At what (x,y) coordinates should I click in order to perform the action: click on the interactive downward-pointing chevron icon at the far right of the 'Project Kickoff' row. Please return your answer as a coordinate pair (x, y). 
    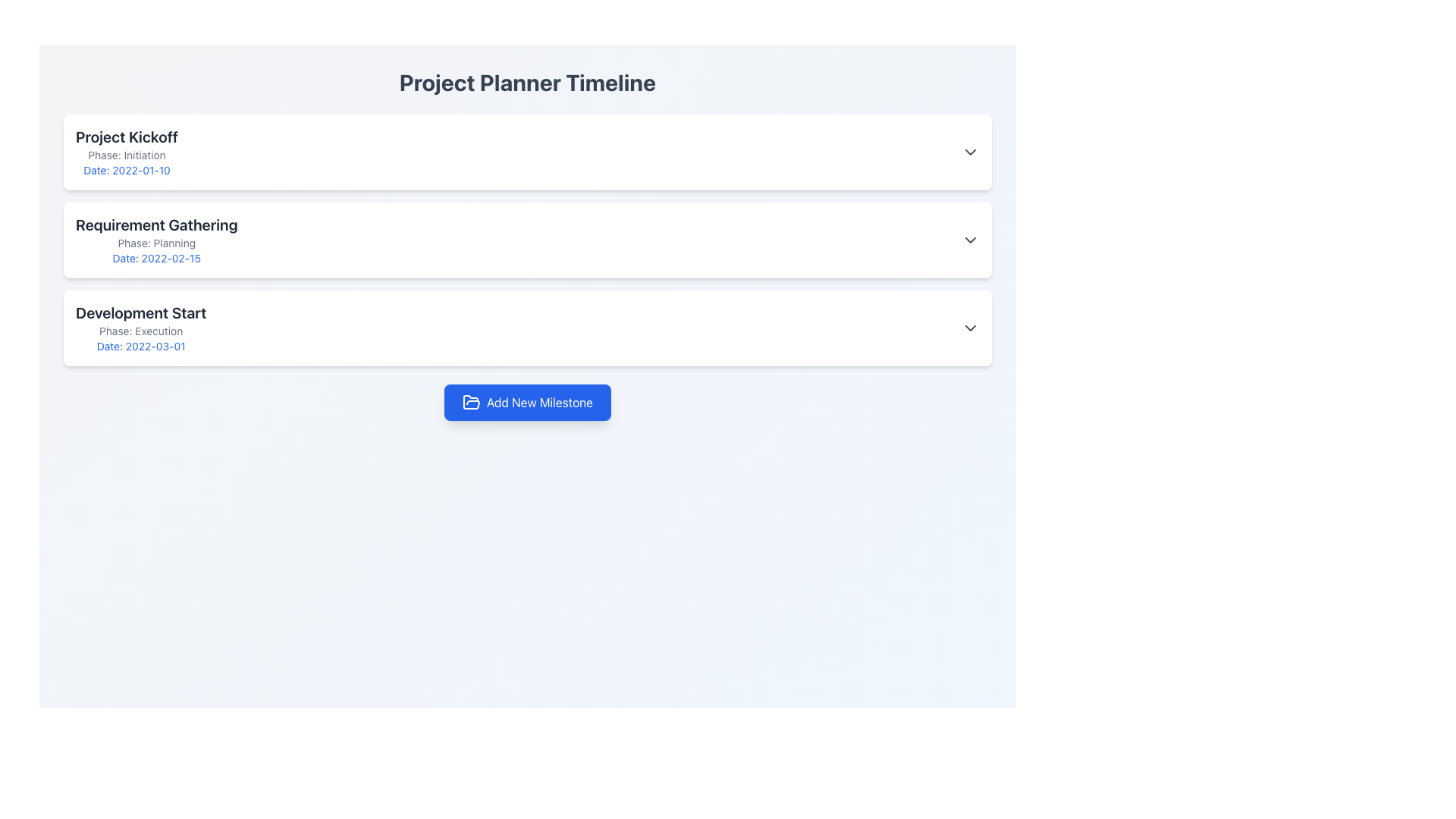
    Looking at the image, I should click on (971, 152).